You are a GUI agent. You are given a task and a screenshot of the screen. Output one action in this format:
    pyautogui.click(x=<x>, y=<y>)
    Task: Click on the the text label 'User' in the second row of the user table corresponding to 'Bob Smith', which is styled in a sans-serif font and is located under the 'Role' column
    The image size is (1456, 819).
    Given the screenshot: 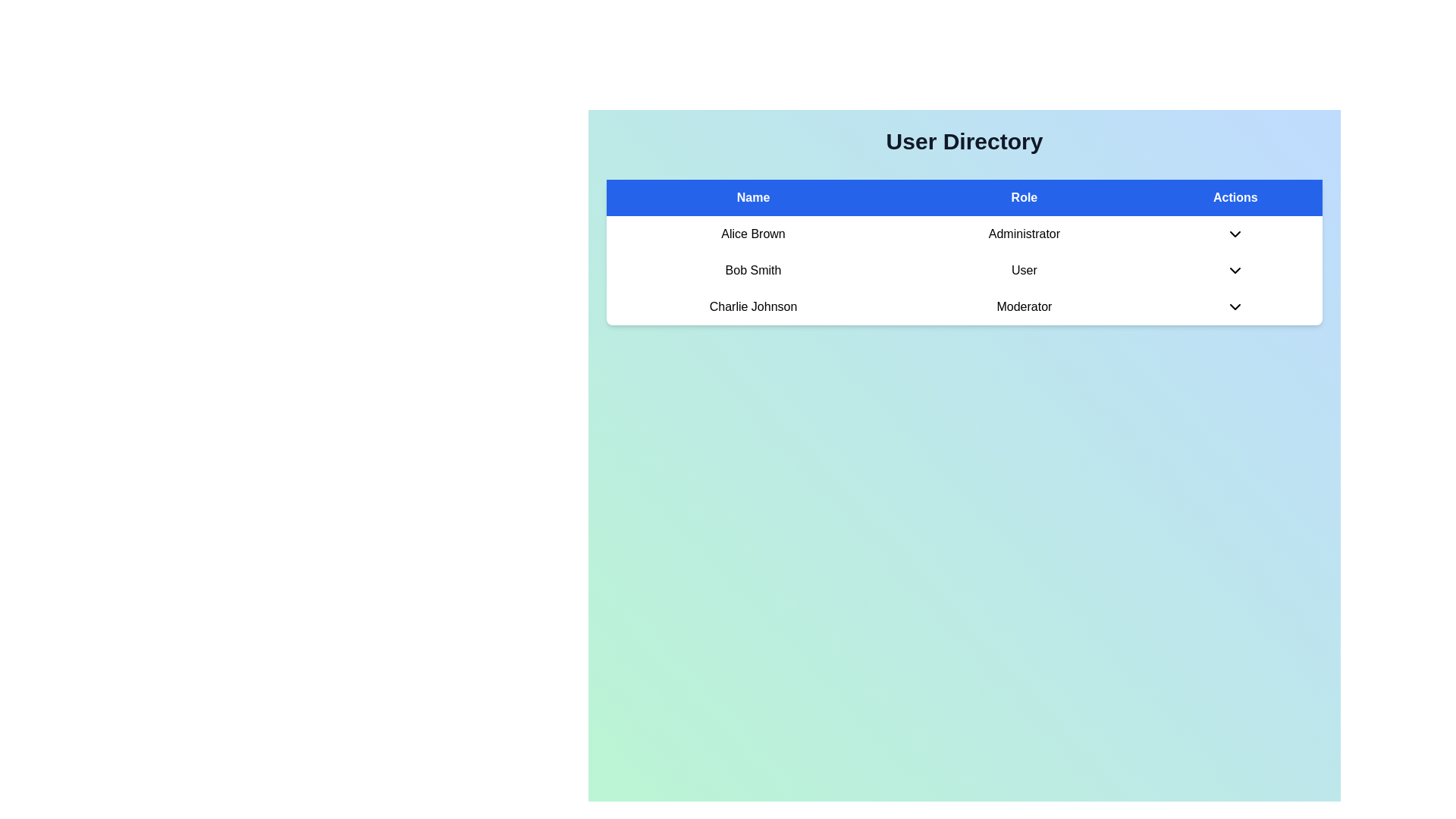 What is the action you would take?
    pyautogui.click(x=1024, y=270)
    